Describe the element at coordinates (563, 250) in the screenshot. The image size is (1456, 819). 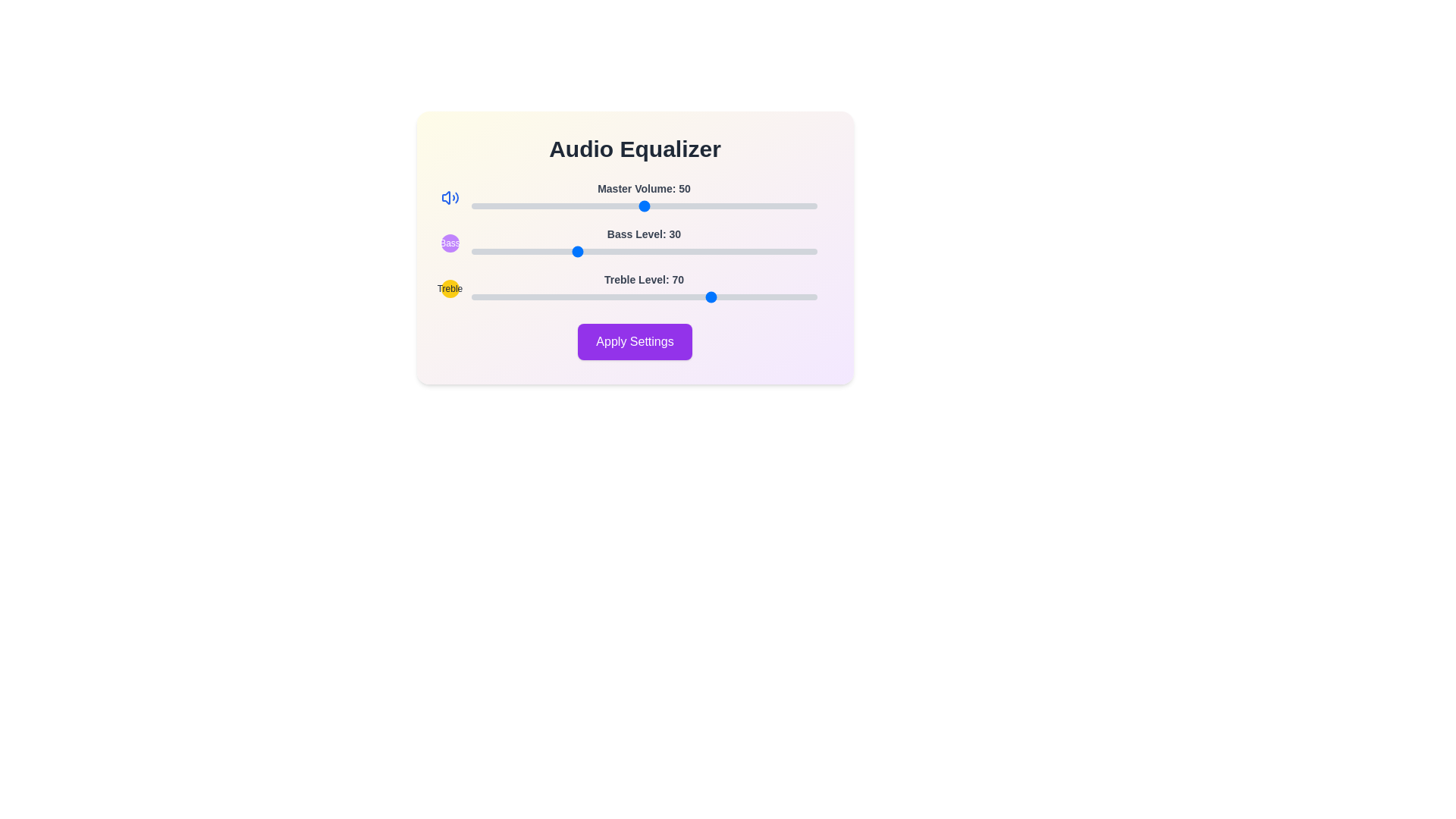
I see `bass level` at that location.